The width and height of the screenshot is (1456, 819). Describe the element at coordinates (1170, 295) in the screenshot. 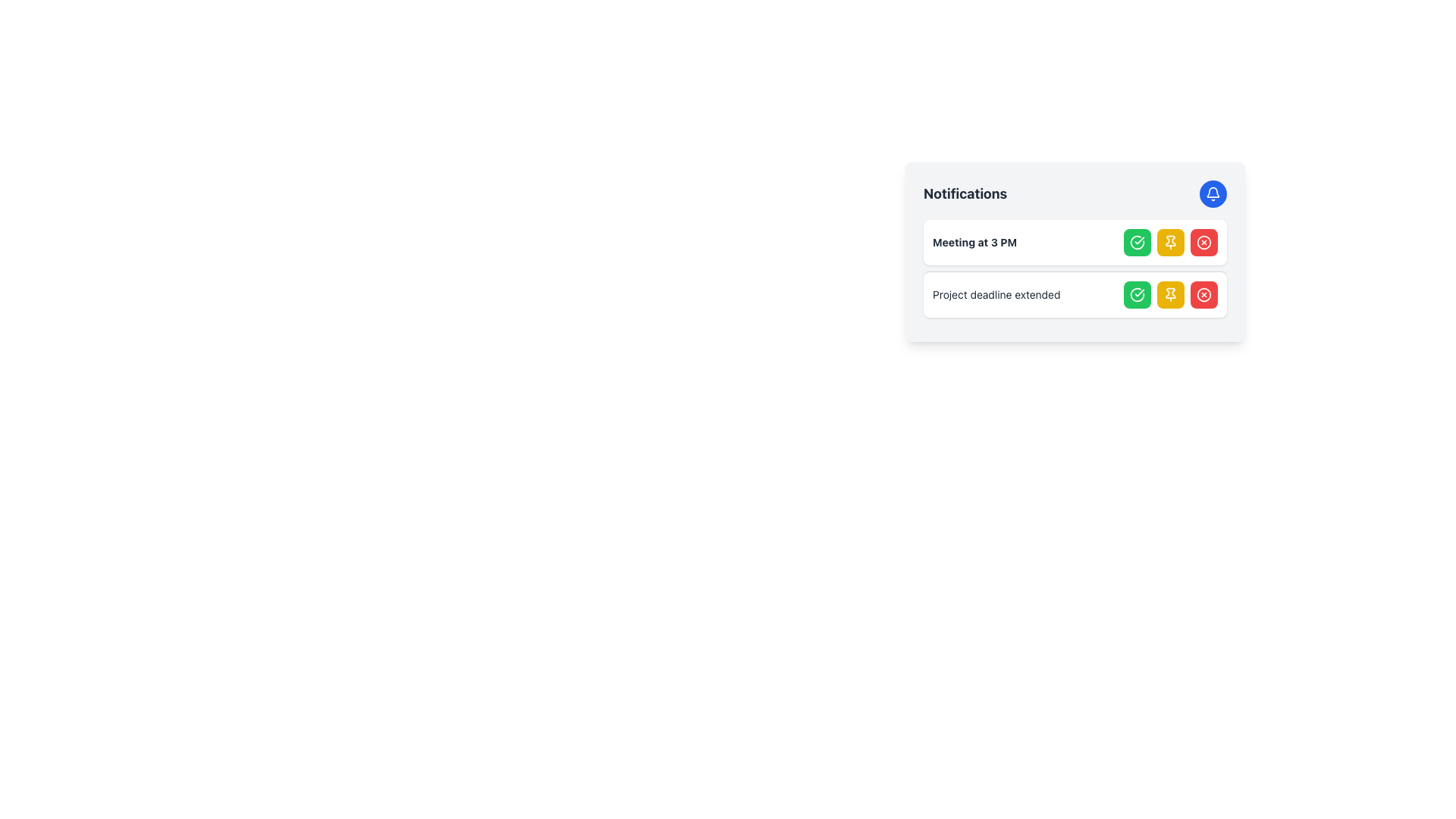

I see `the yellow button with a pin icon located after the 'Project deadline extended' notification to pin the notification` at that location.